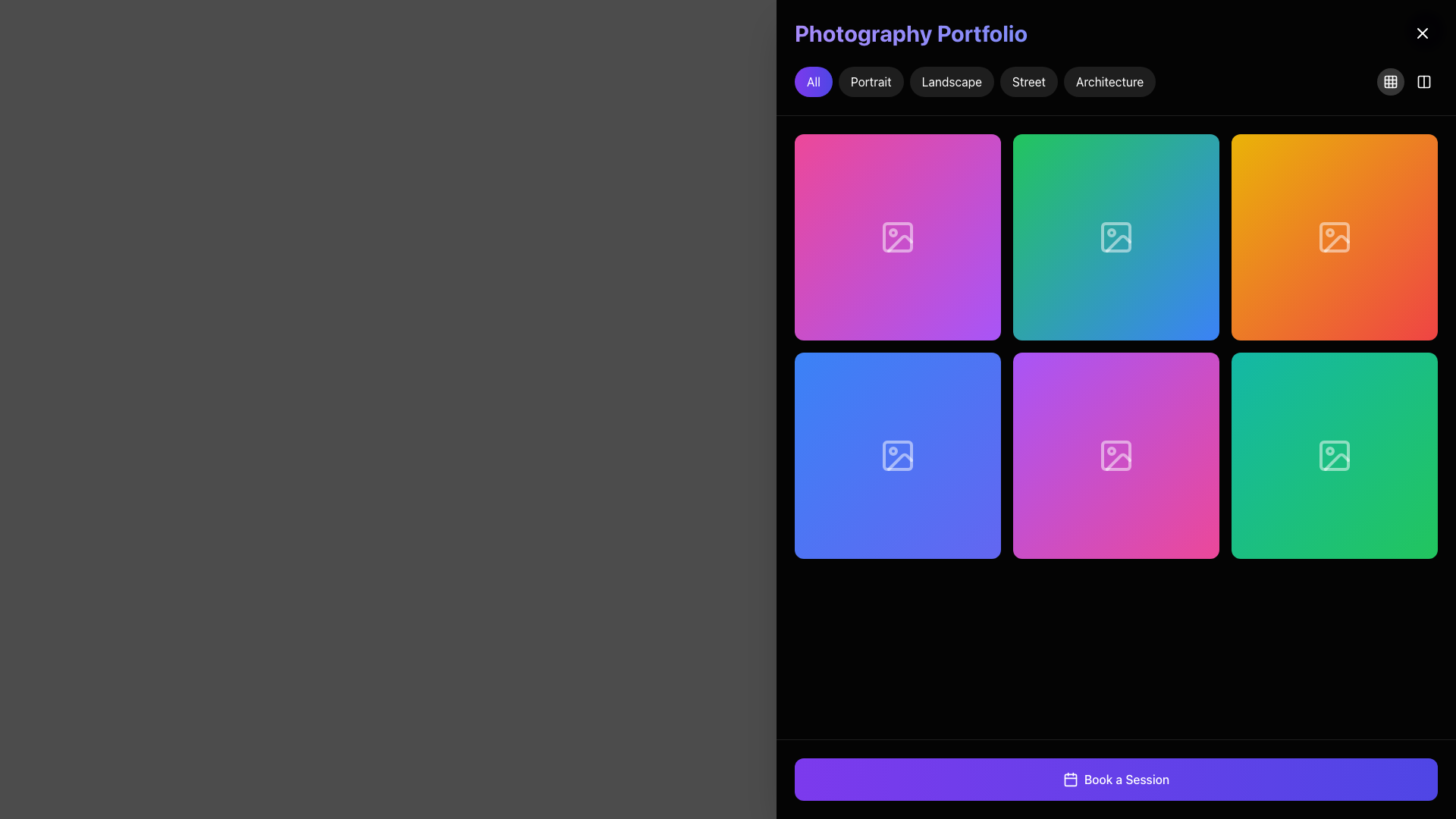 Image resolution: width=1456 pixels, height=819 pixels. I want to click on the close button located in the top-right corner of the header section, next to the 'Photography Portfolio' text, so click(1422, 33).